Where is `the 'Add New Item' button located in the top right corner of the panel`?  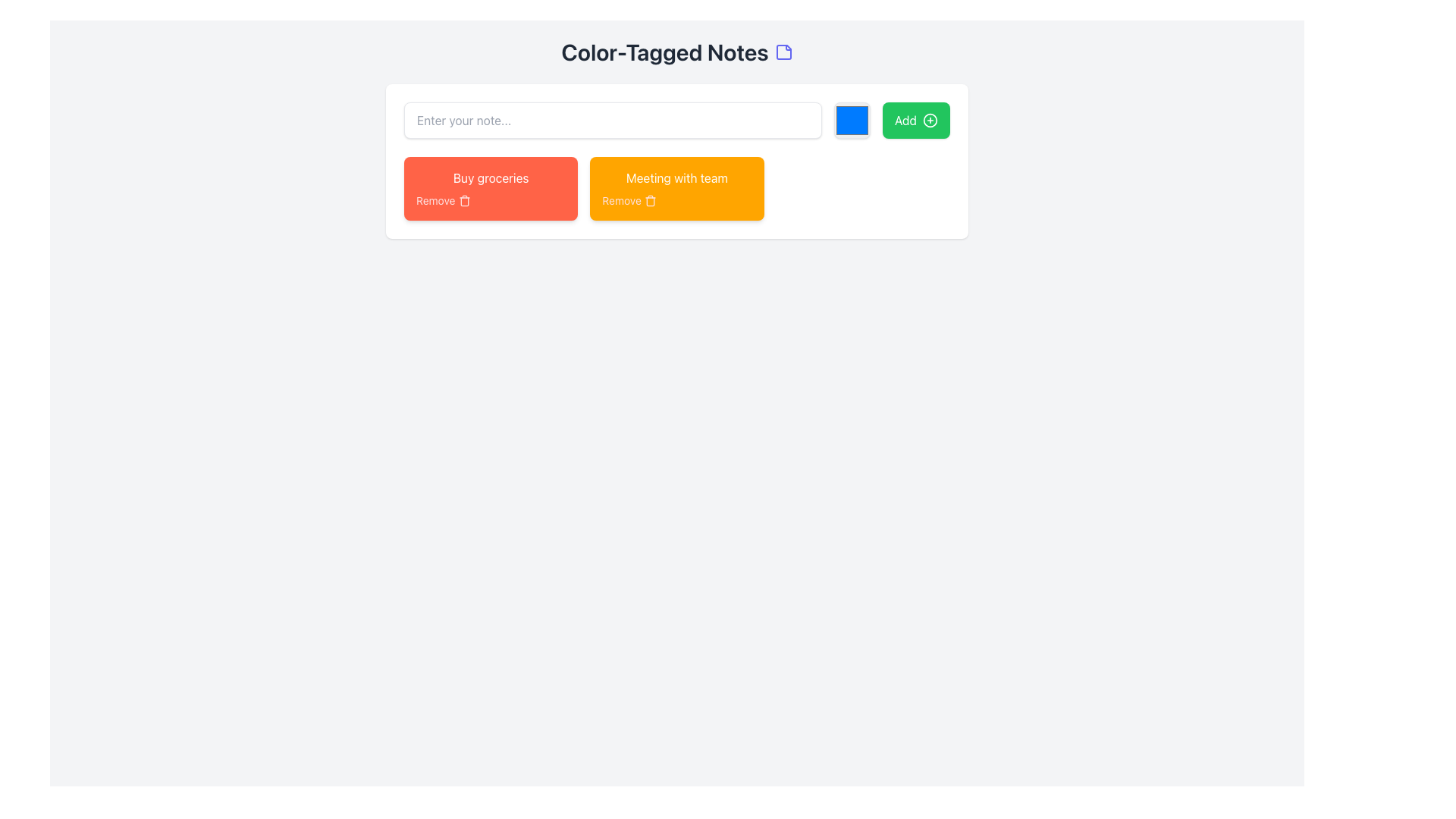
the 'Add New Item' button located in the top right corner of the panel is located at coordinates (915, 119).